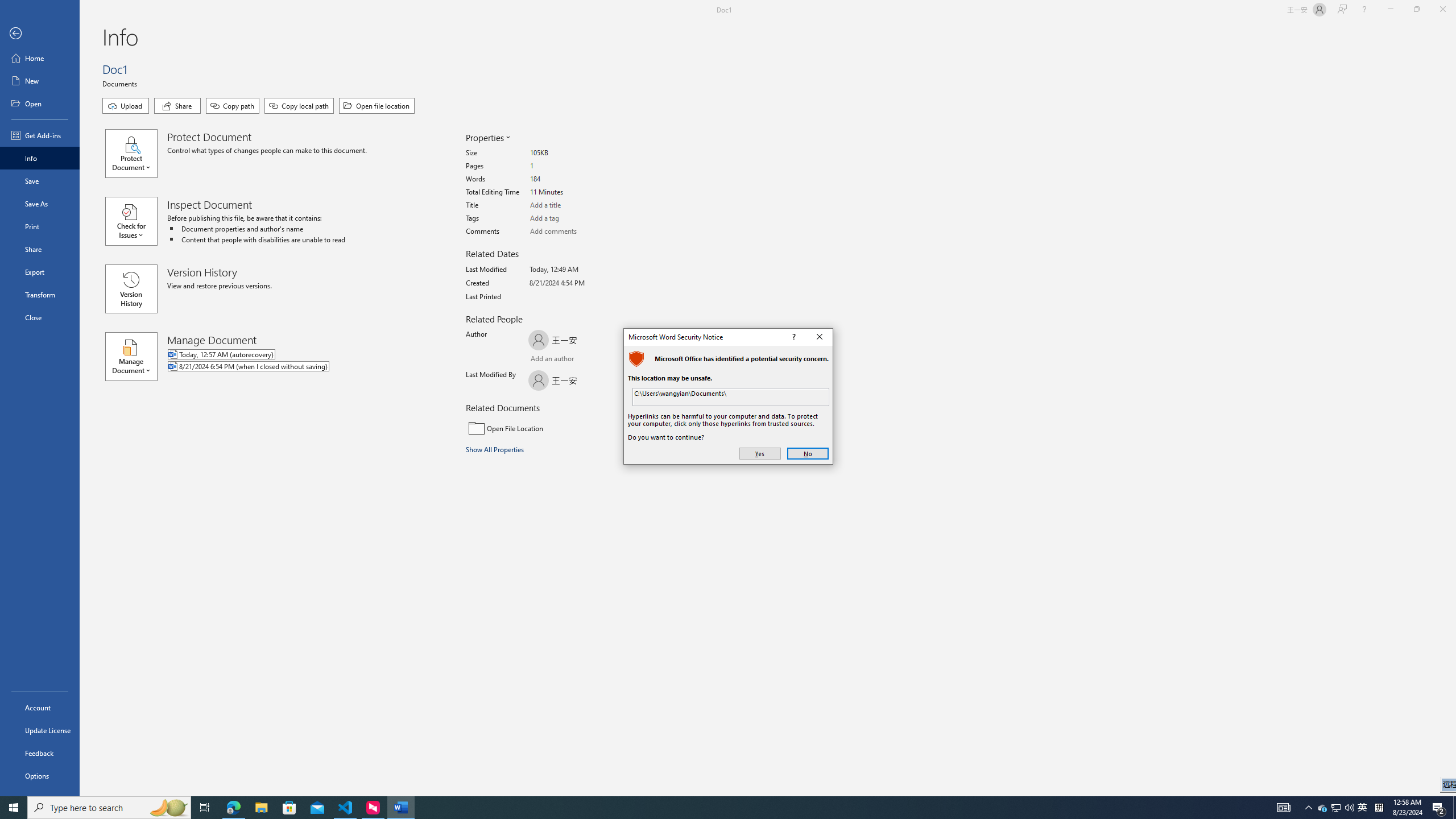 This screenshot has height=819, width=1456. I want to click on 'New', so click(39, 80).